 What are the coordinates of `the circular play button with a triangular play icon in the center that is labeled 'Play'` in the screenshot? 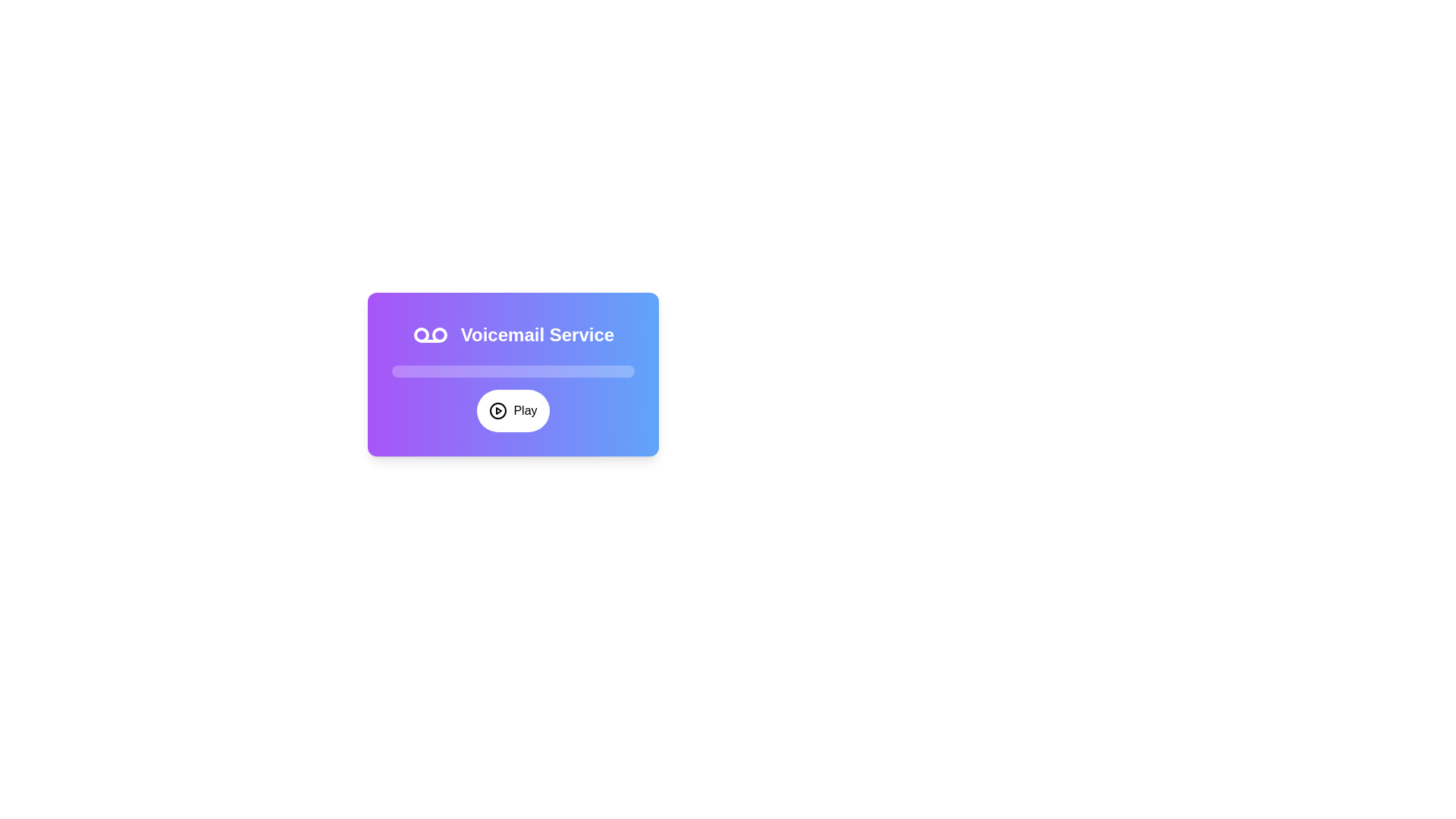 It's located at (498, 411).